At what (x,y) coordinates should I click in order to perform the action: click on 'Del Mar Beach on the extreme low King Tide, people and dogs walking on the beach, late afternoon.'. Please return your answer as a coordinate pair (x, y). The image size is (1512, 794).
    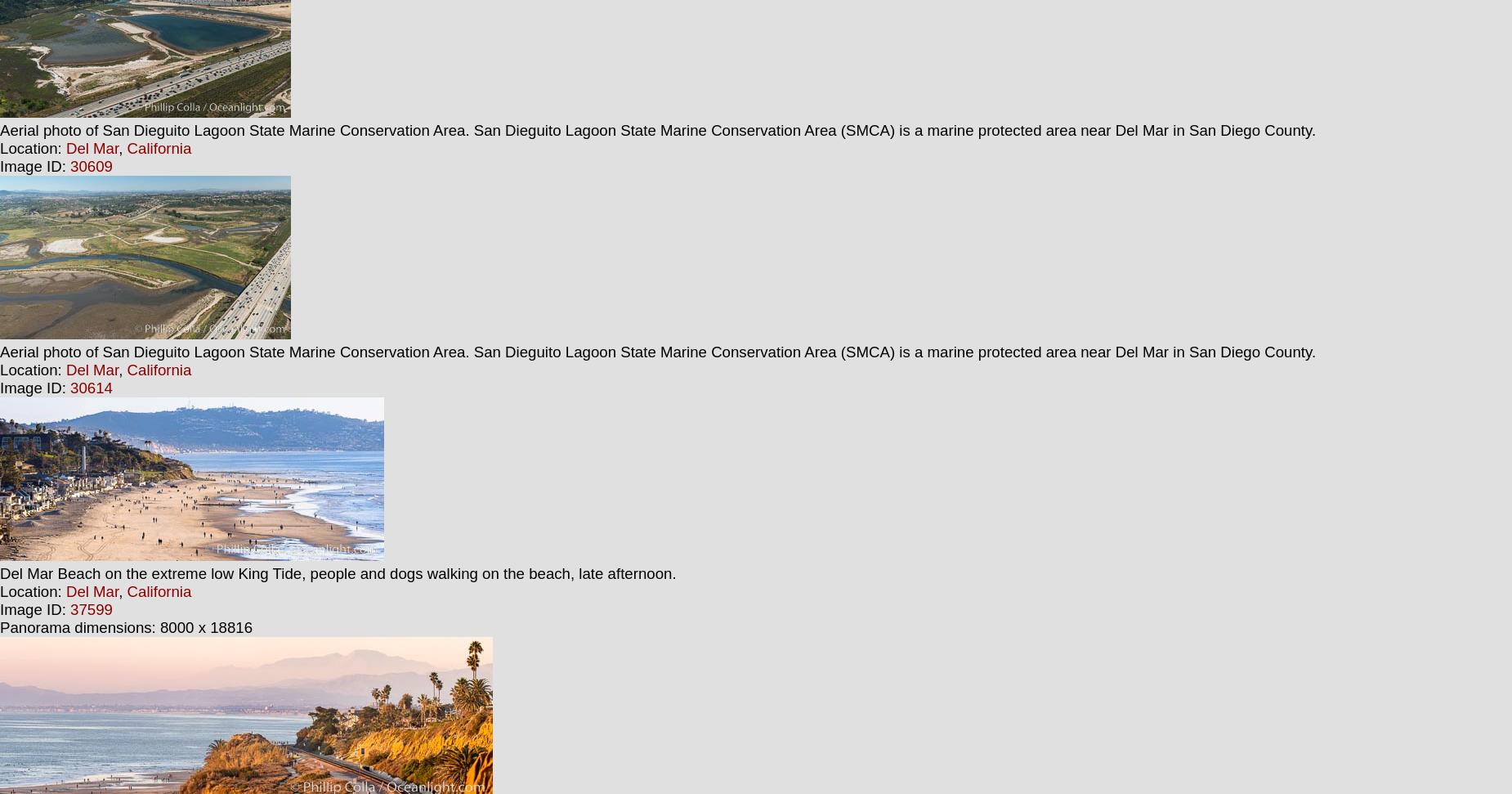
    Looking at the image, I should click on (337, 573).